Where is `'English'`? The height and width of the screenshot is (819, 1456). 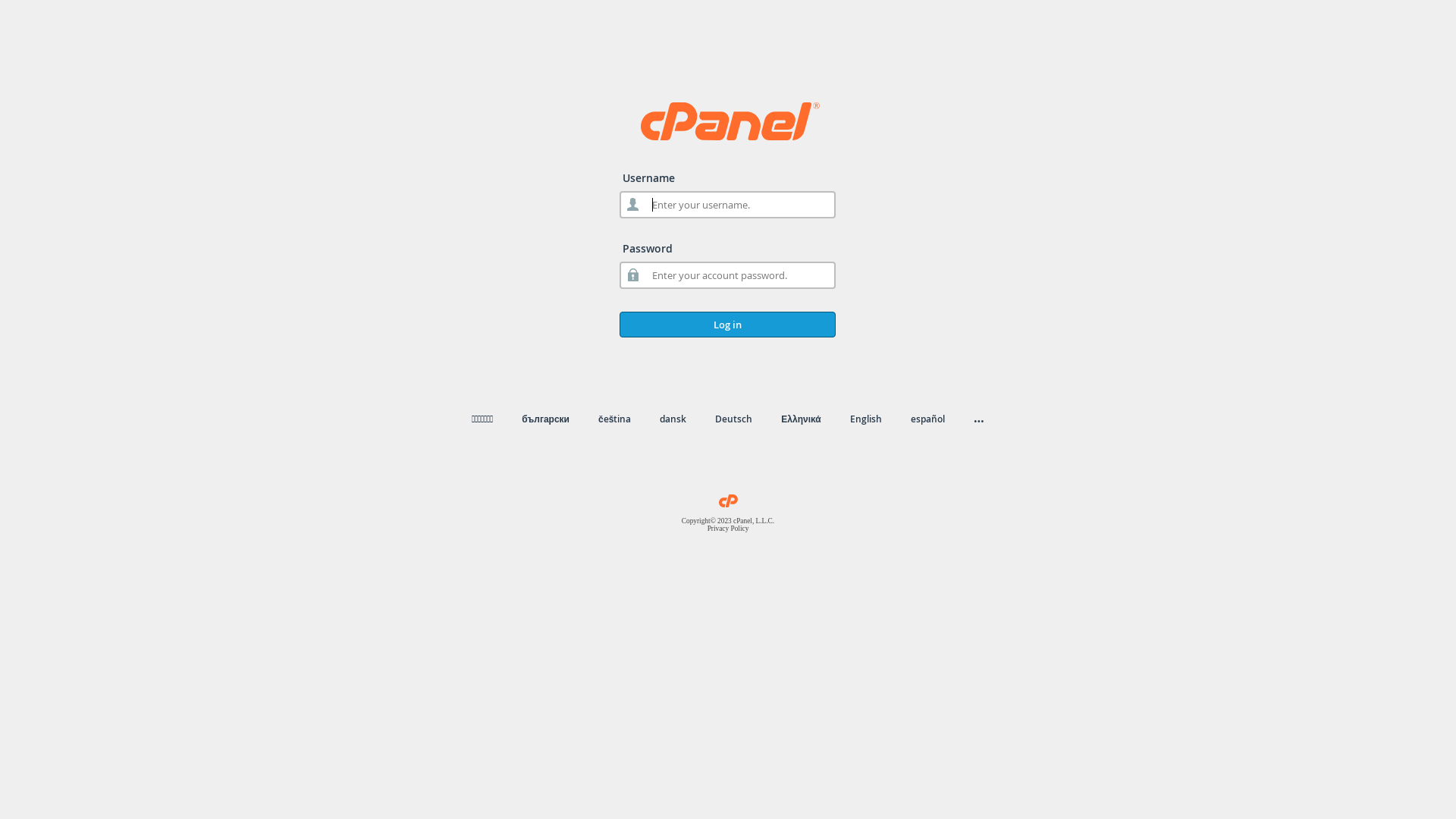
'English' is located at coordinates (866, 419).